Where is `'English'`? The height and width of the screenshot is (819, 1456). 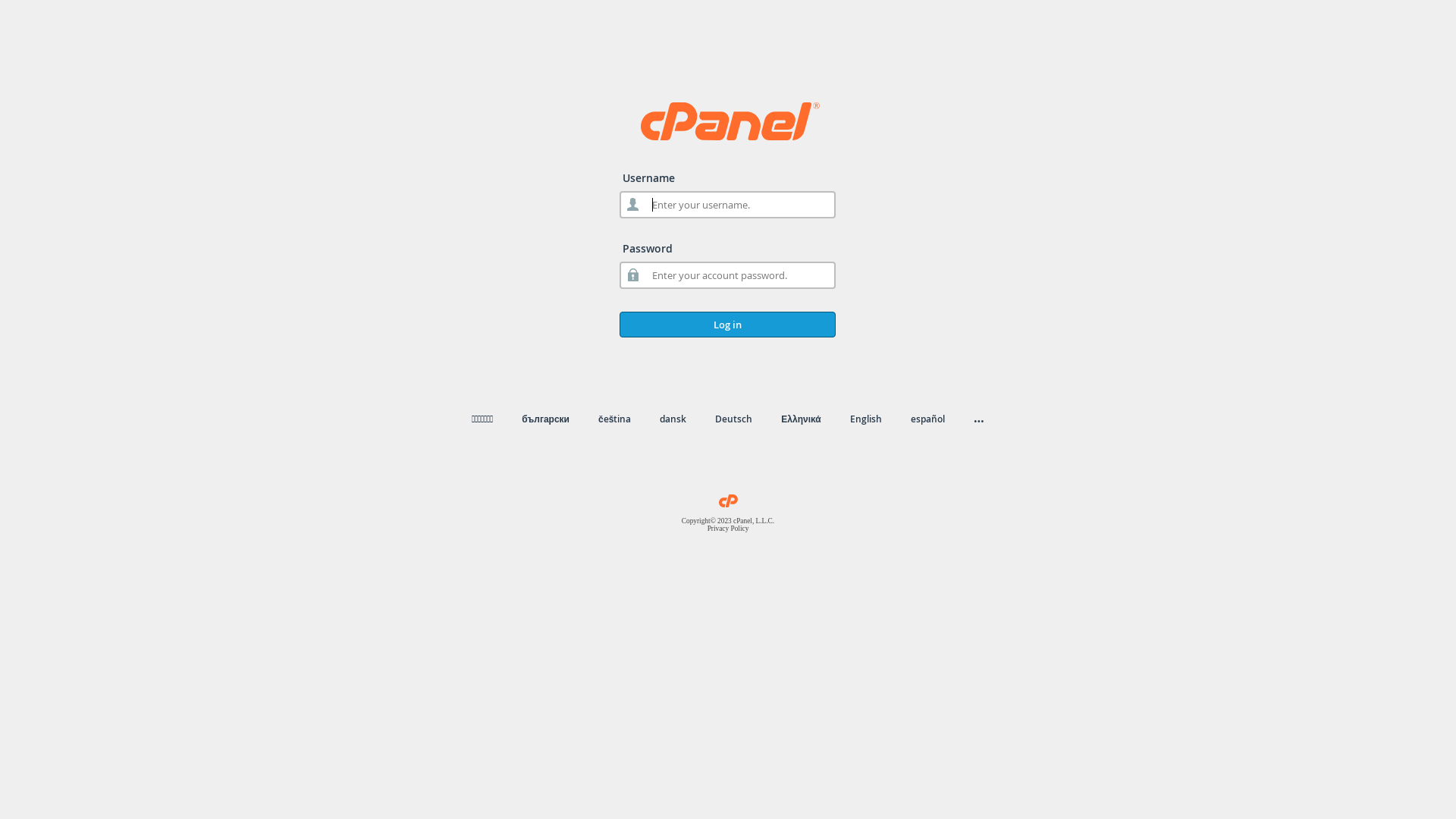
'English' is located at coordinates (866, 419).